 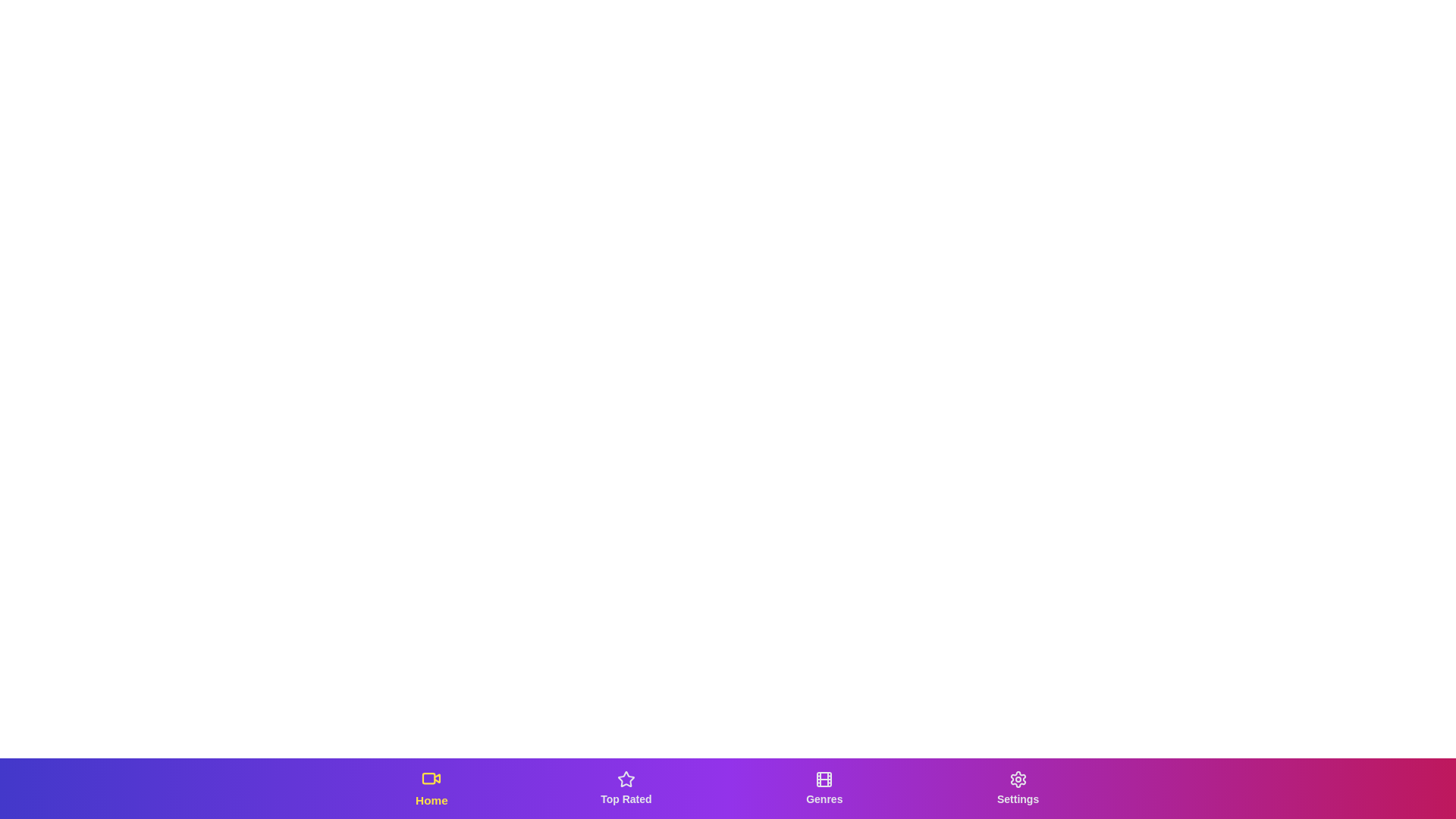 I want to click on the Settings tab from the navigation bar, so click(x=1018, y=788).